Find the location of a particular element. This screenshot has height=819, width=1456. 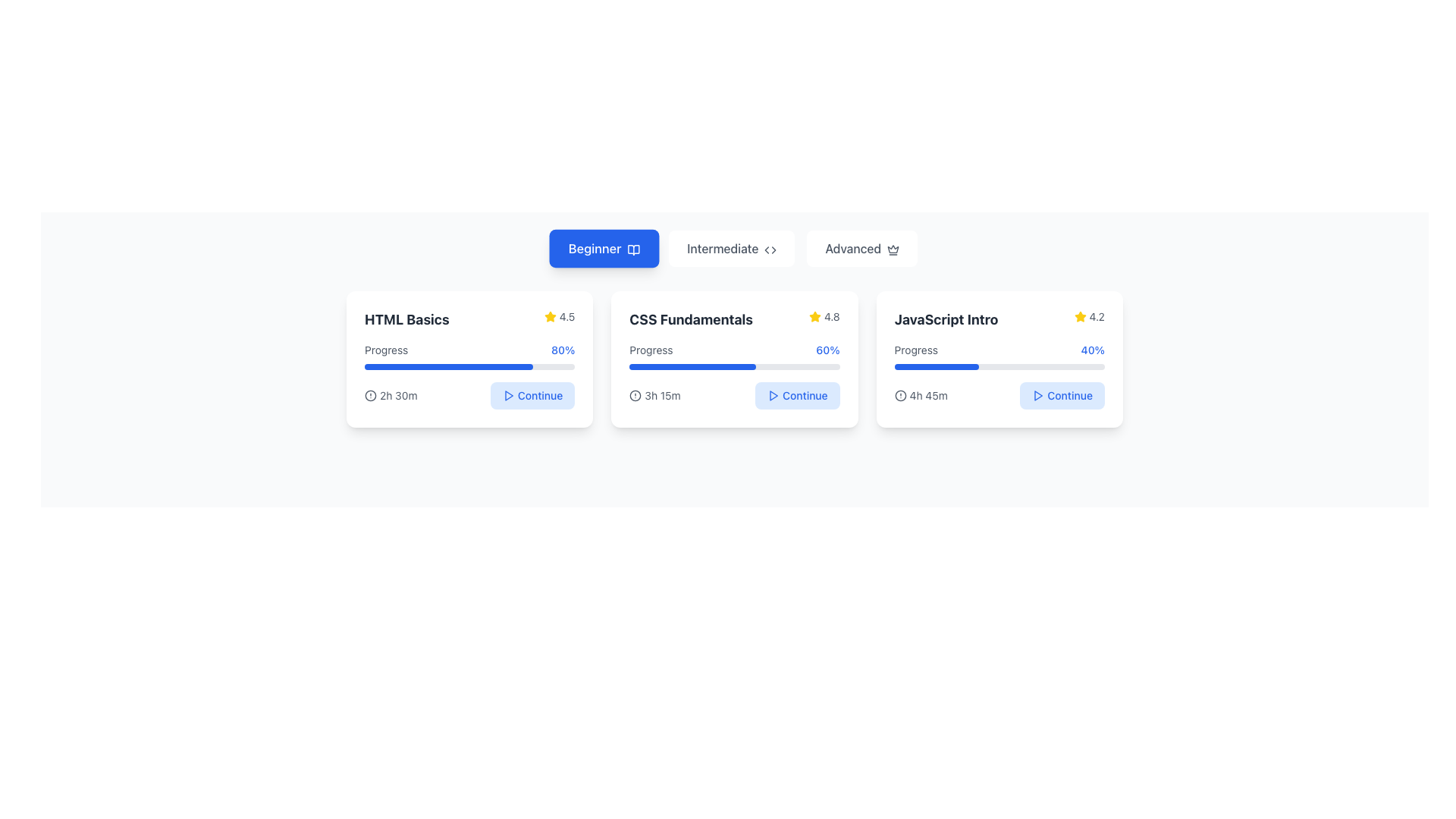

the filled portion of the progress bar representing 60% completion of the 'CSS Fundamentals' course within the second progress bar of the displayed cards is located at coordinates (692, 366).